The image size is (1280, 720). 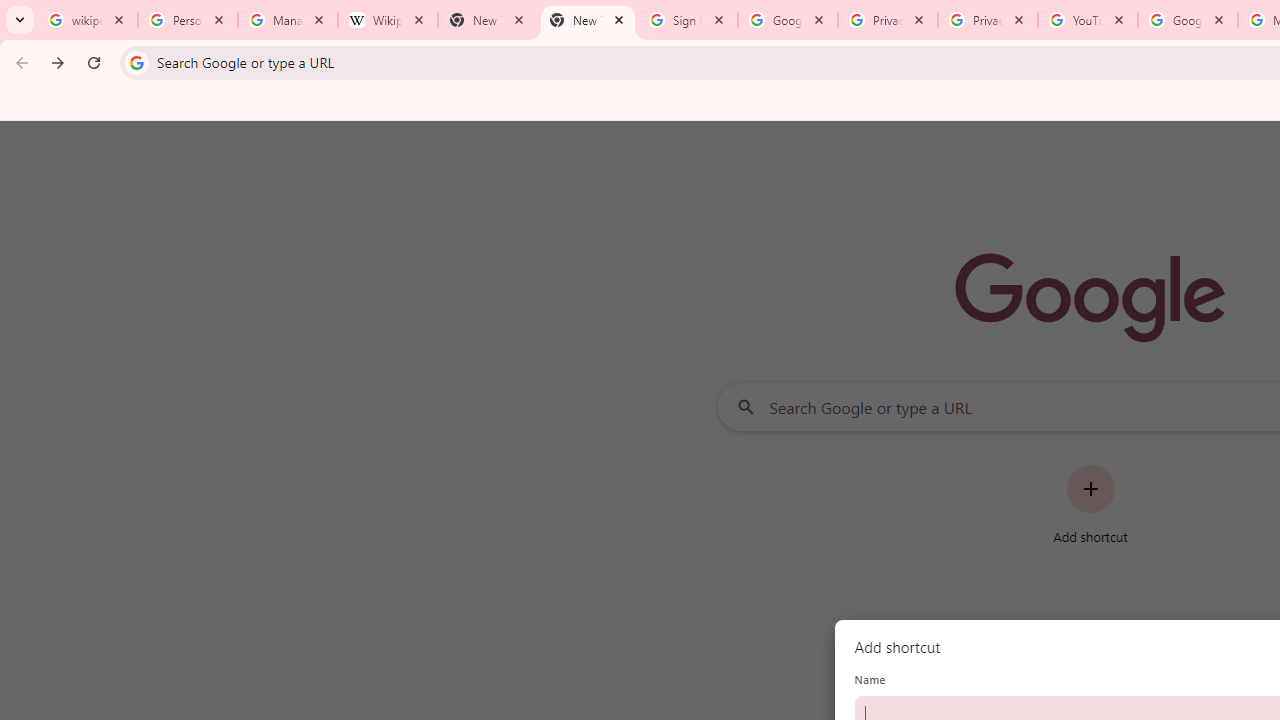 What do you see at coordinates (188, 20) in the screenshot?
I see `'Personalization & Google Search results - Google Search Help'` at bounding box center [188, 20].